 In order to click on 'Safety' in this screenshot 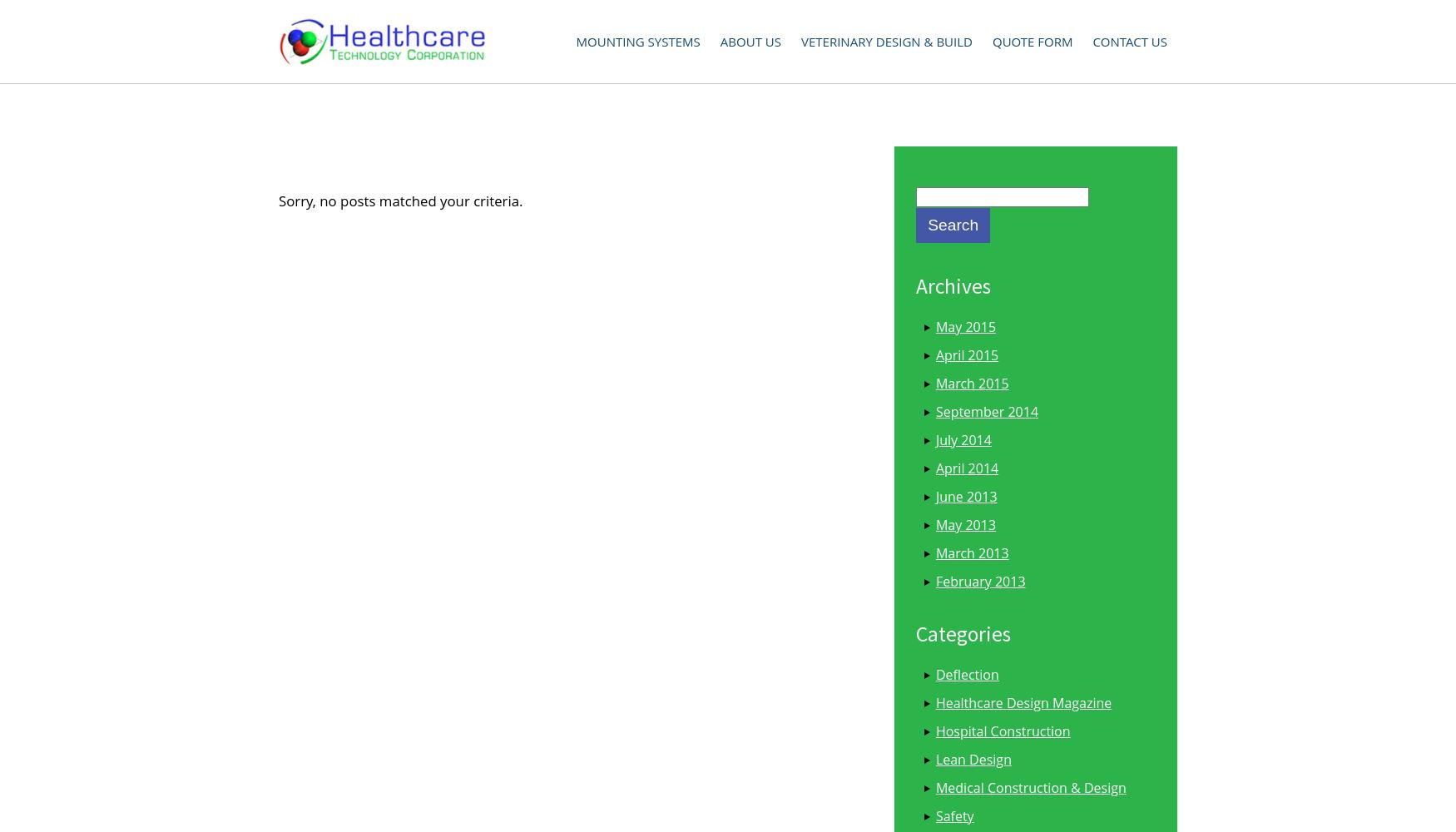, I will do `click(953, 815)`.